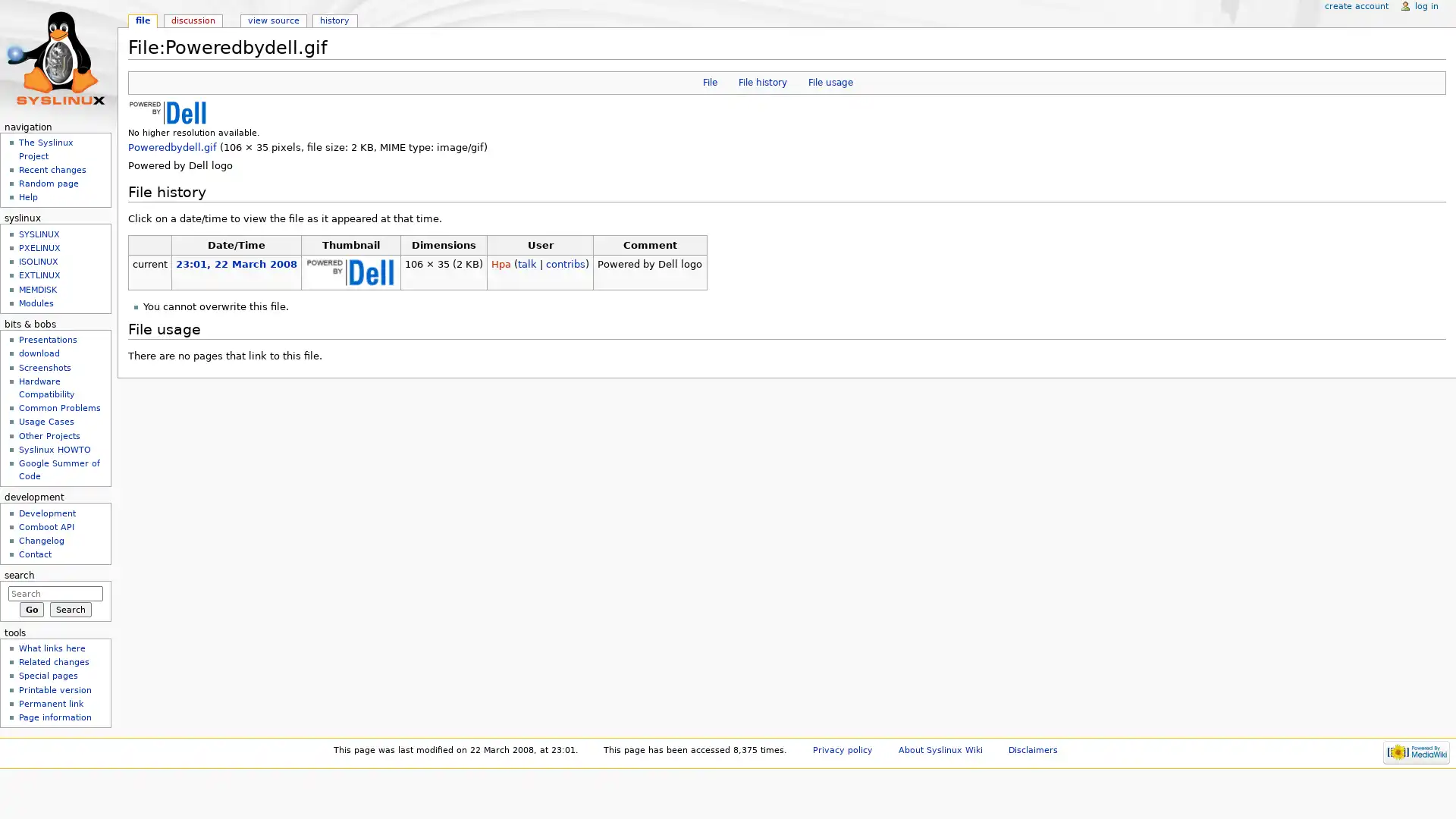  I want to click on Go, so click(31, 608).